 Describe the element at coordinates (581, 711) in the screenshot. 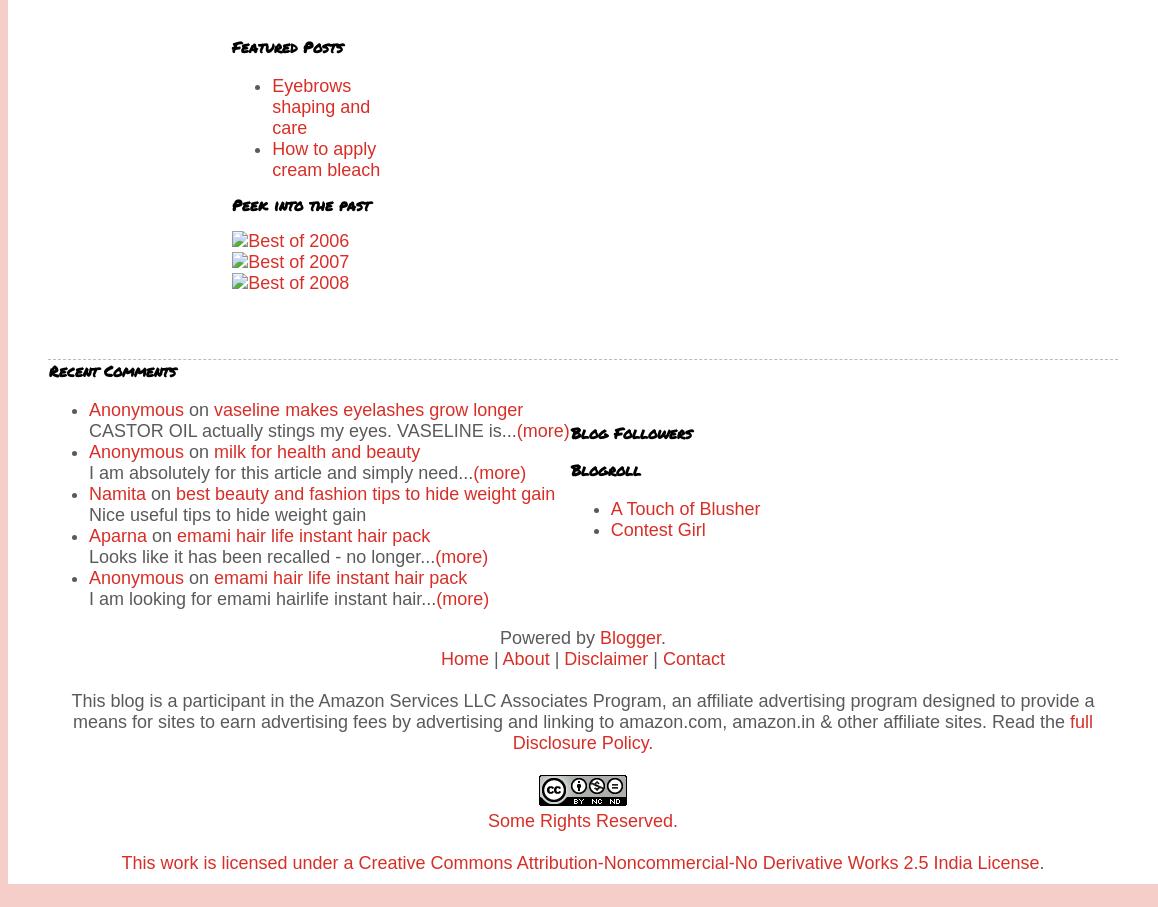

I see `'This blog is a participant in the Amazon Services LLC Associates Program, an affiliate advertising program designed to provide a means for sites to earn advertising fees by advertising and linking to amazon.com, amazon.in & other affiliate sites. Read the'` at that location.